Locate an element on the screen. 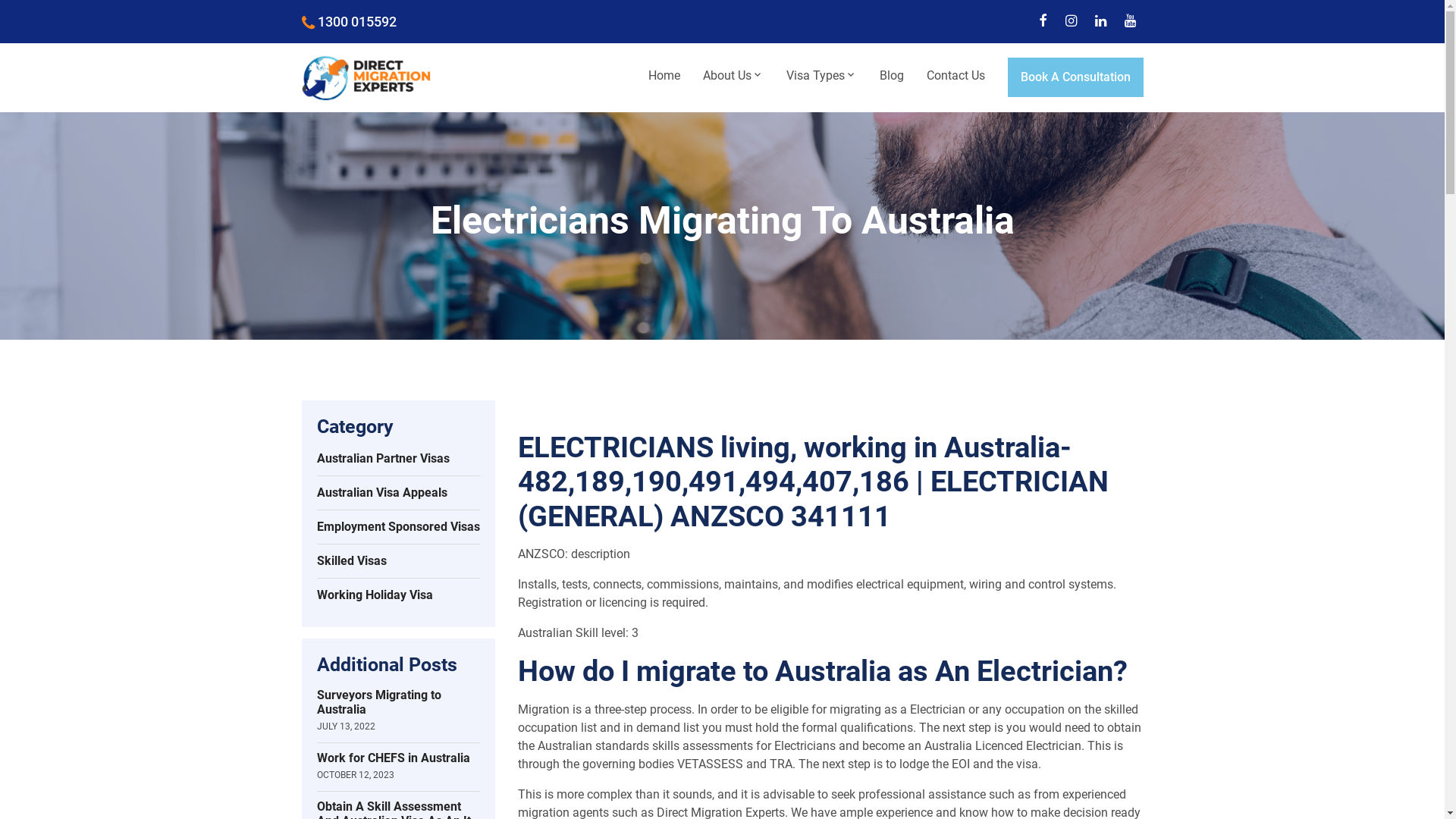 The image size is (1456, 819). 'About Us' is located at coordinates (691, 76).